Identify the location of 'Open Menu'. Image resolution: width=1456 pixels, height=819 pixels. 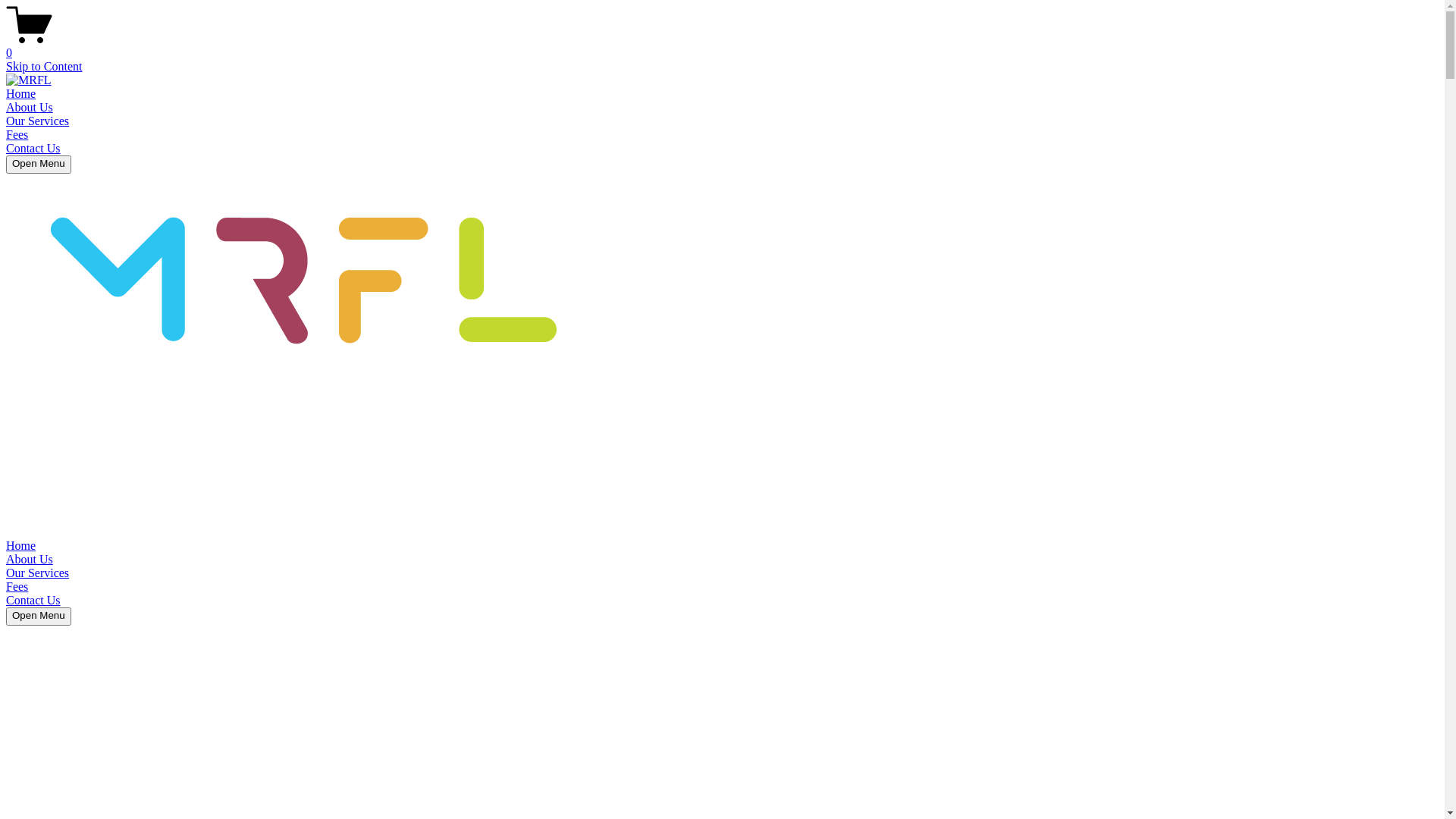
(39, 617).